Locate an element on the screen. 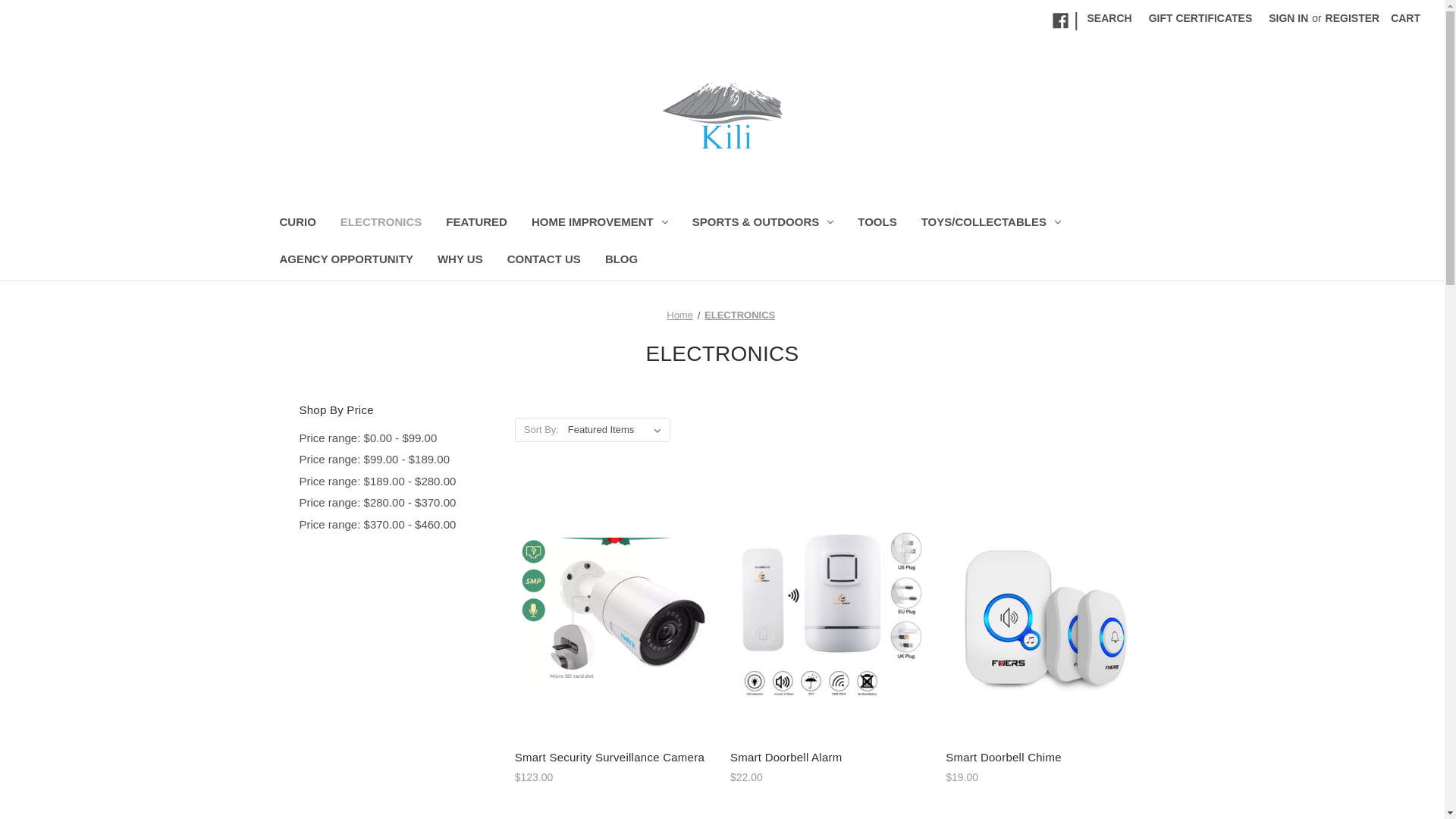 The height and width of the screenshot is (819, 1456). 'Price range: $370.00 - $460.00' is located at coordinates (398, 524).